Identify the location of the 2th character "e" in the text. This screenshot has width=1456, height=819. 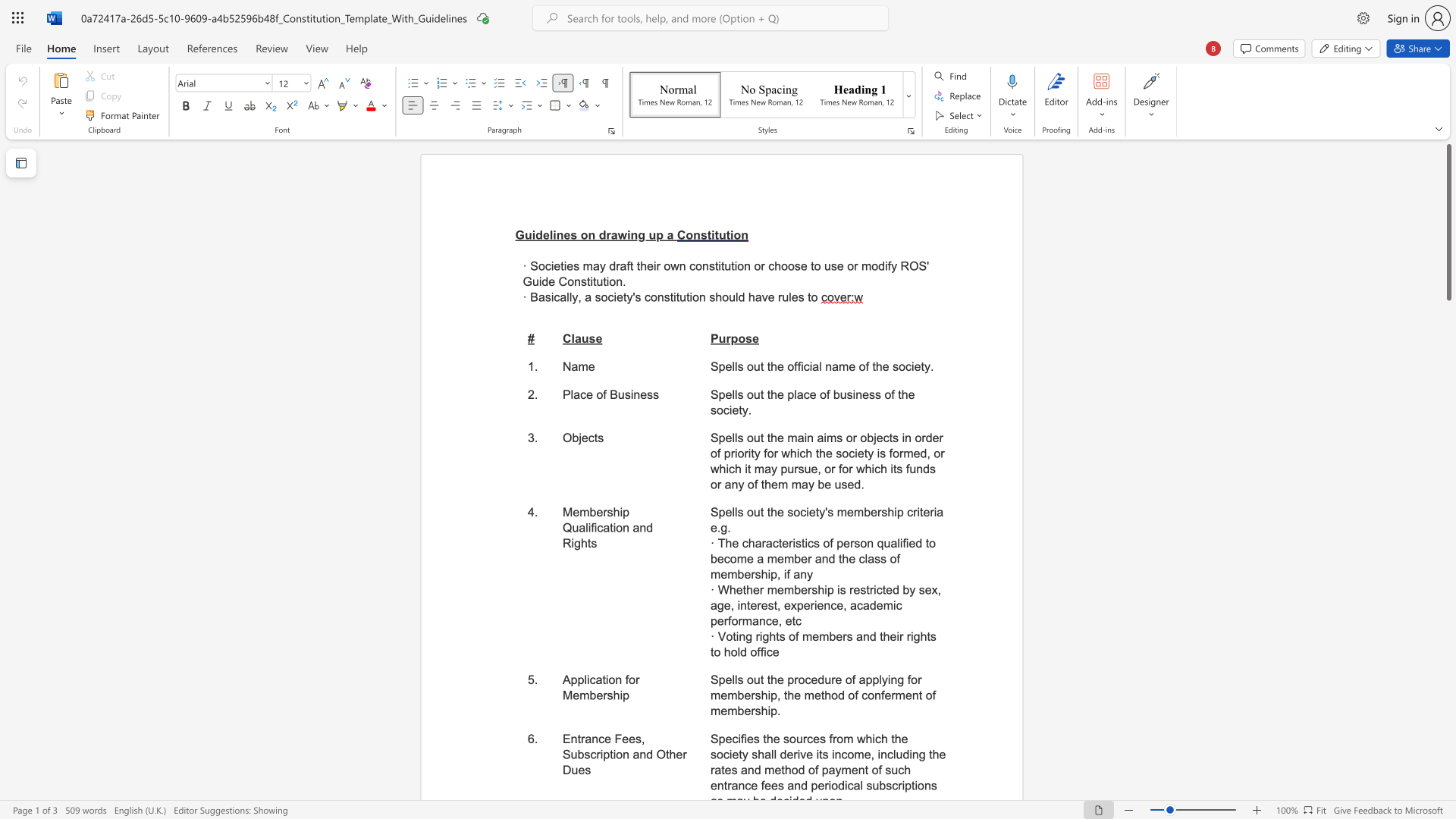
(643, 394).